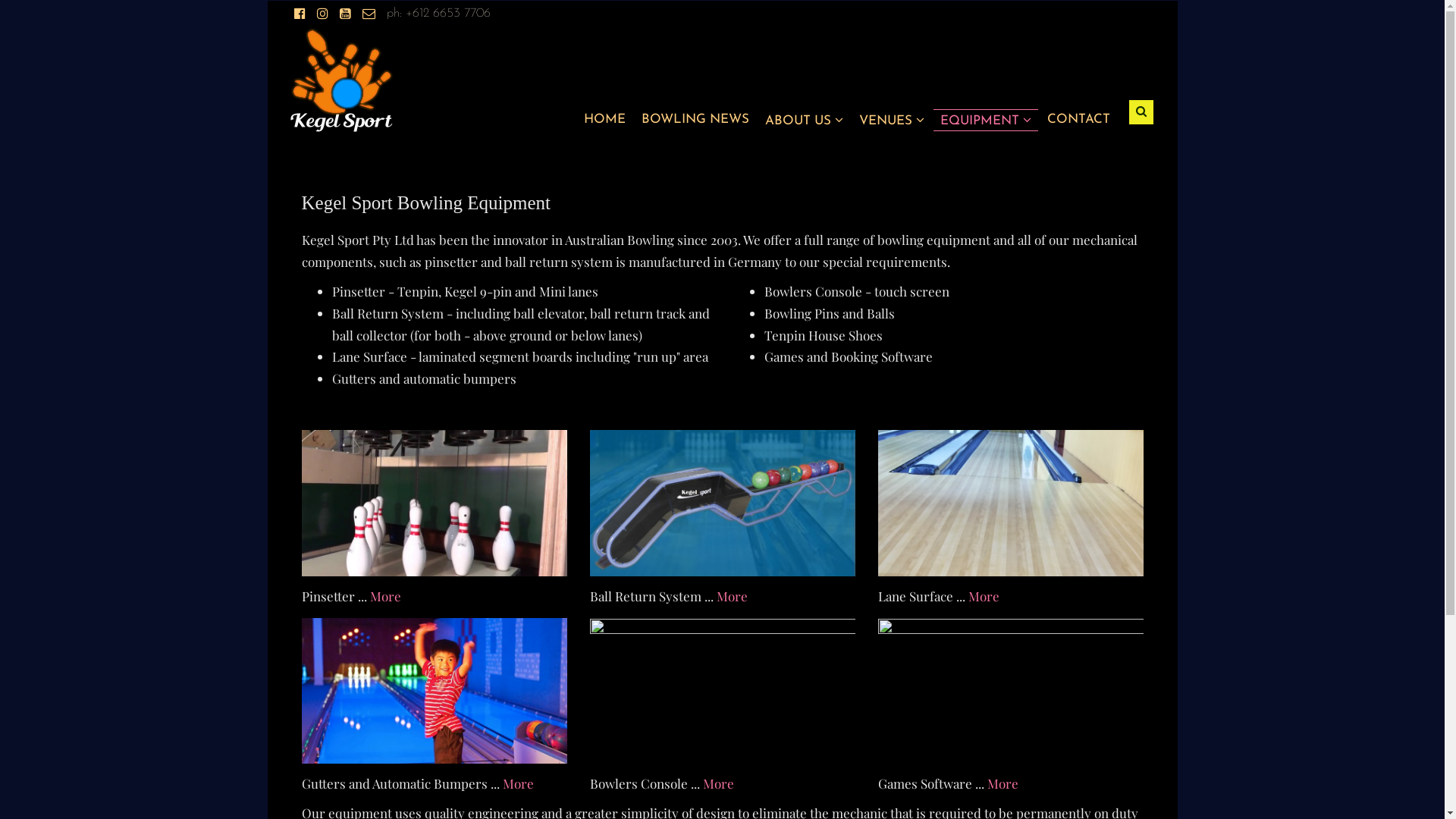 The width and height of the screenshot is (1456, 819). Describe the element at coordinates (891, 119) in the screenshot. I see `'VENUES'` at that location.